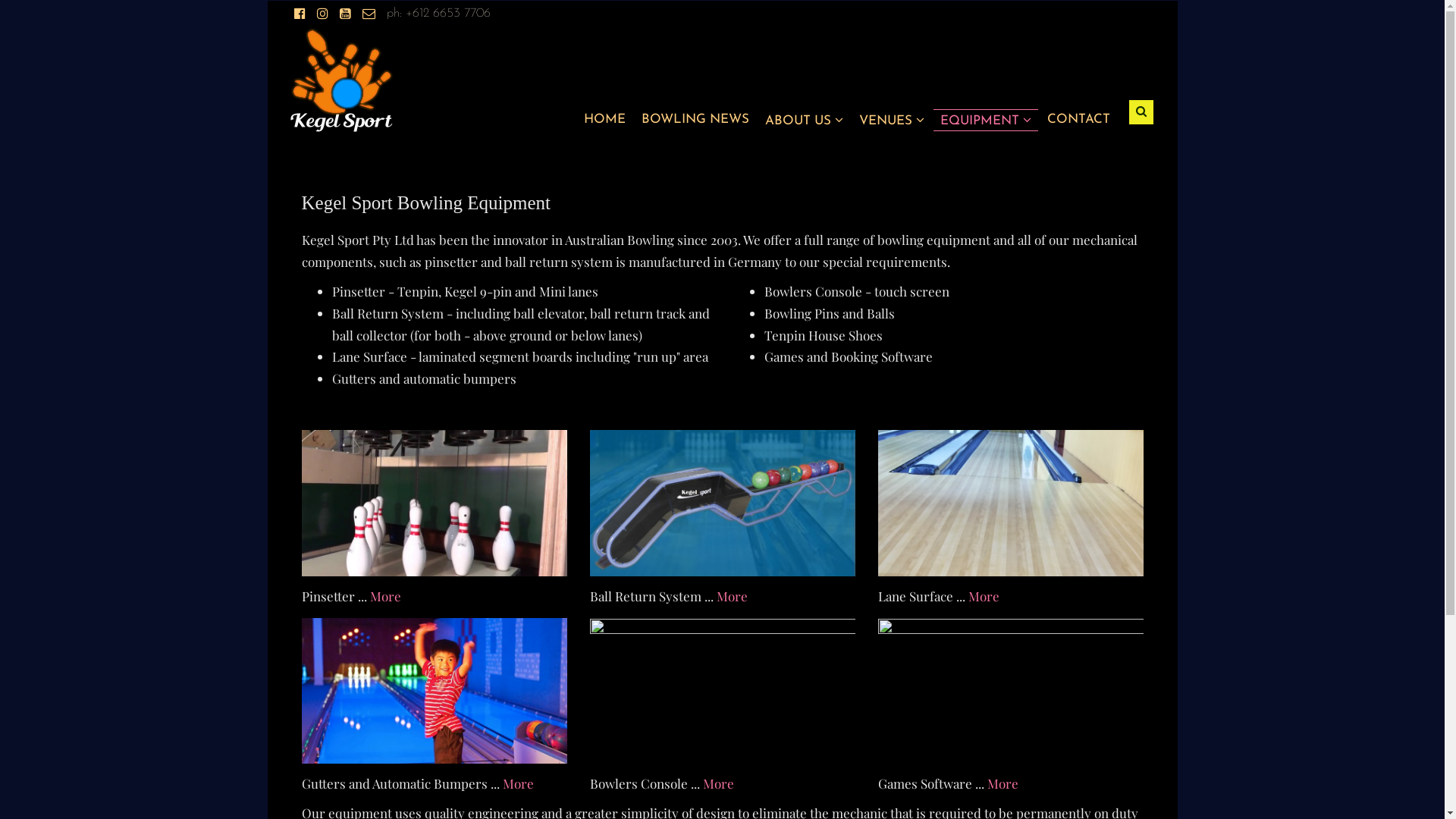 The width and height of the screenshot is (1456, 819). Describe the element at coordinates (891, 119) in the screenshot. I see `'VENUES'` at that location.